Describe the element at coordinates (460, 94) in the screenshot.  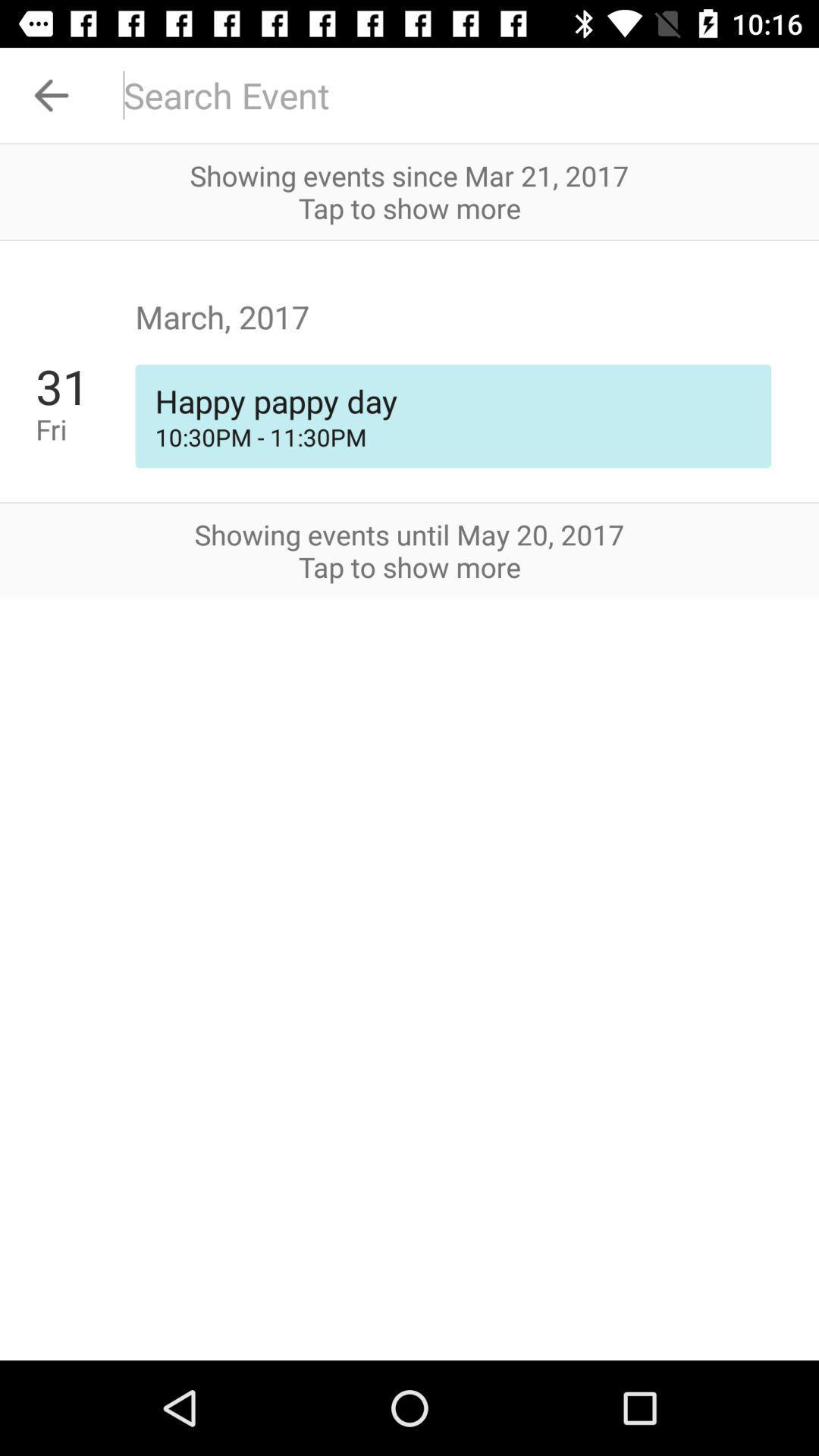
I see `search for events in the calendar` at that location.